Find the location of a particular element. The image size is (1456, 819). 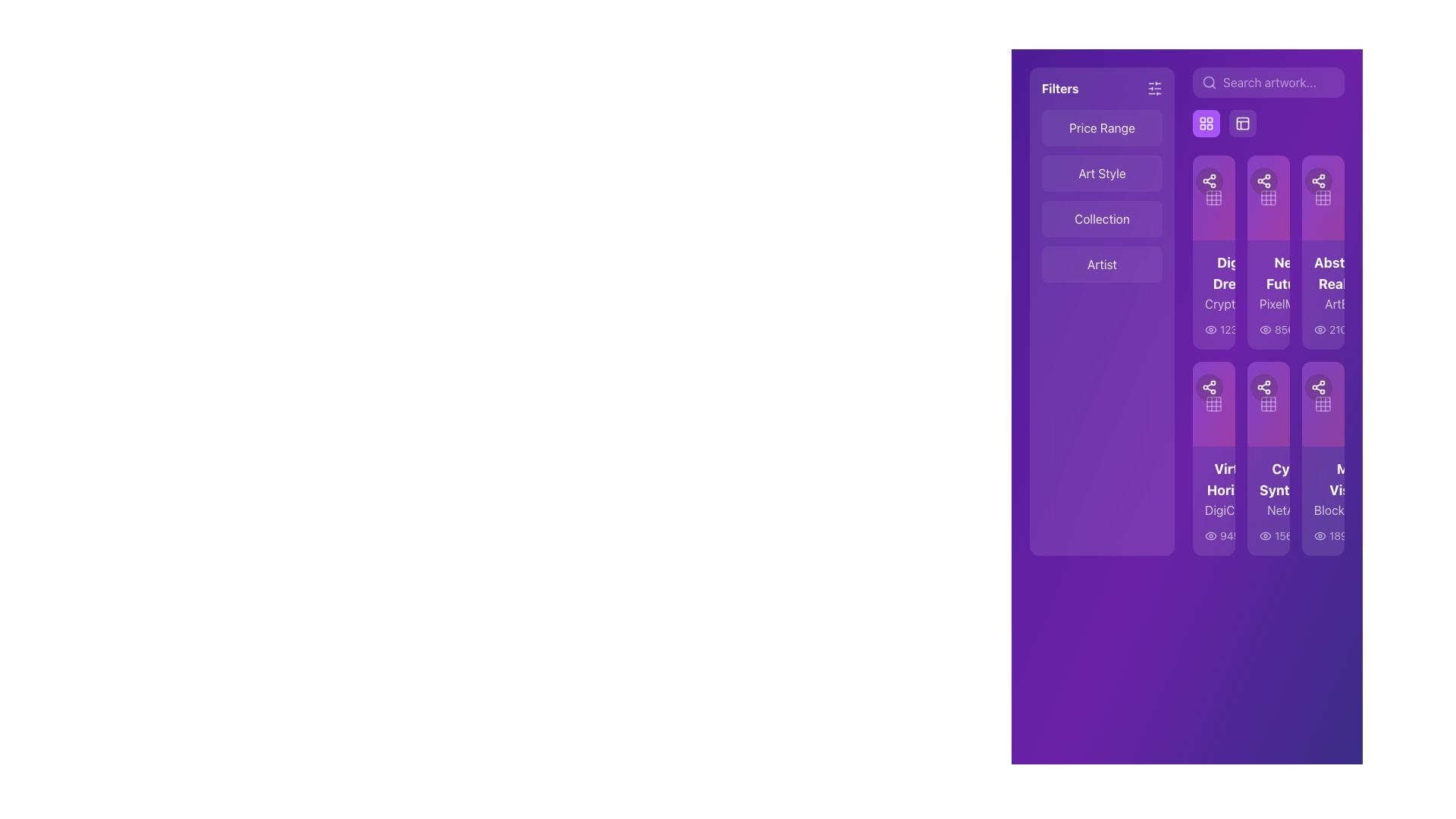

the card representing an item in the collection, which is positioned in the second column of the second row in the grid layout is located at coordinates (1214, 458).